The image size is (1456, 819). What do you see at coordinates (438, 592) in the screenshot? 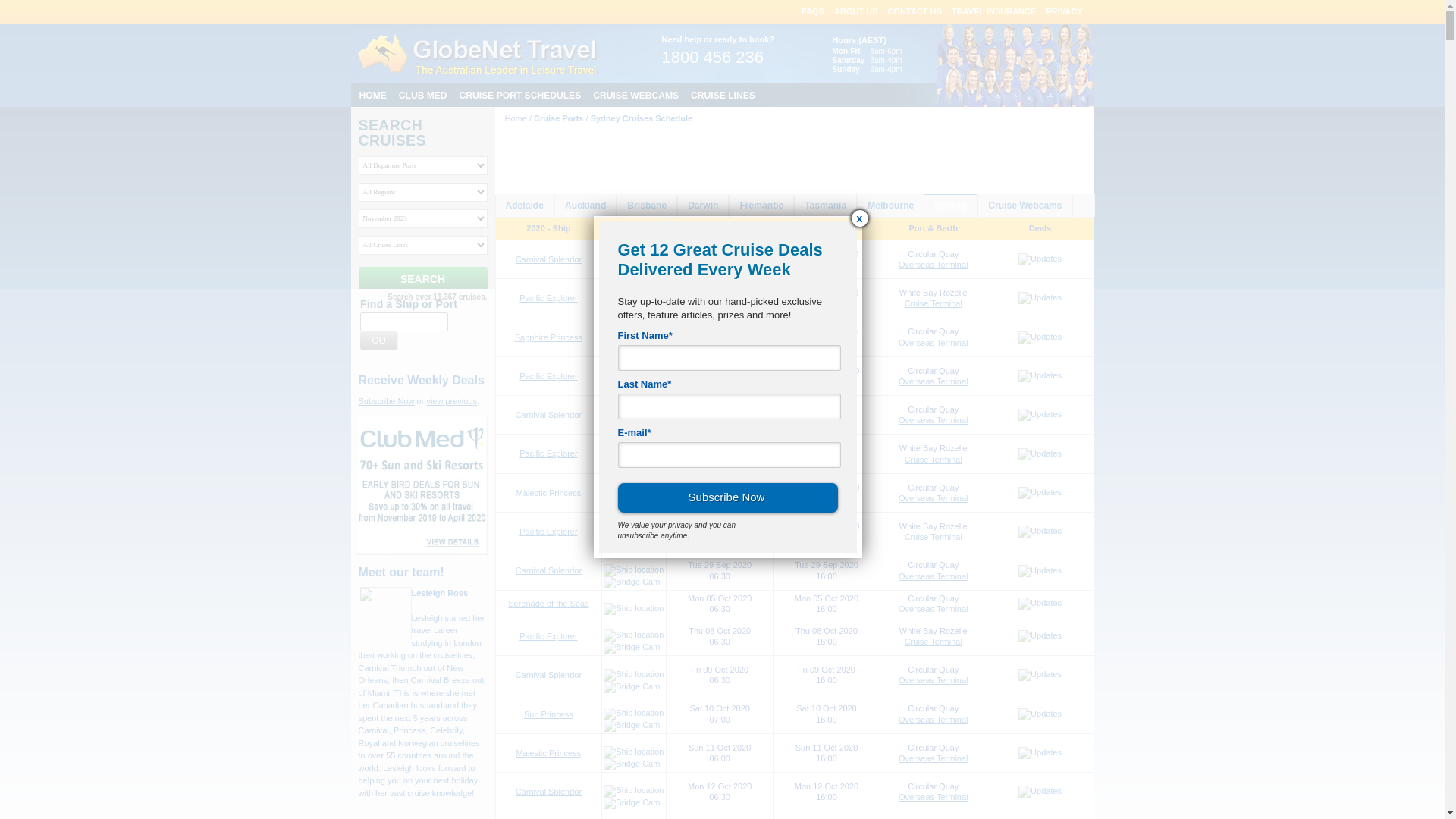
I see `'Lesleigh Ross'` at bounding box center [438, 592].